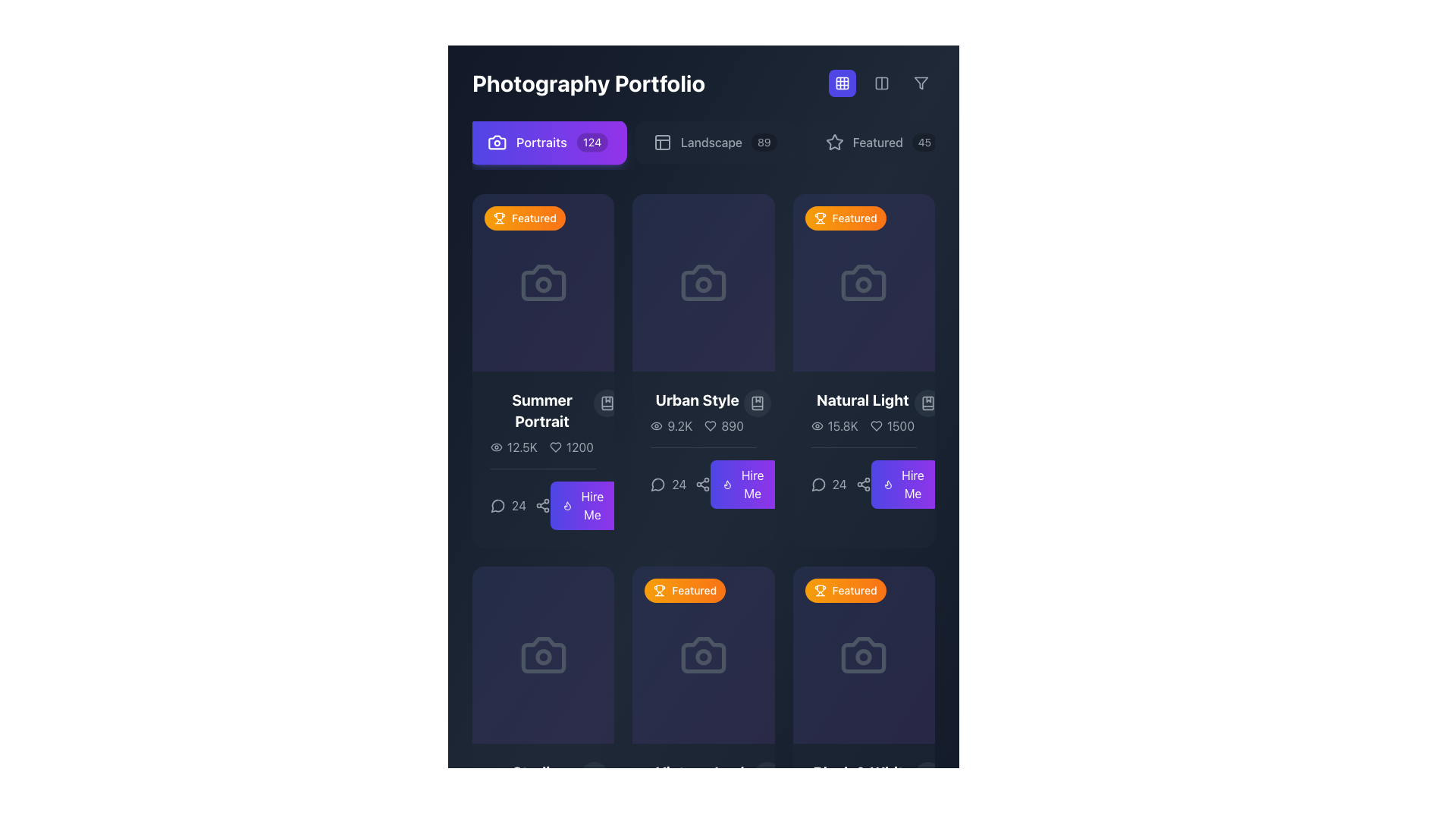  Describe the element at coordinates (702, 448) in the screenshot. I see `the Content Card displaying metadata for the photography portfolio entry located in the middle column of the second row under 'Urban Style'` at that location.